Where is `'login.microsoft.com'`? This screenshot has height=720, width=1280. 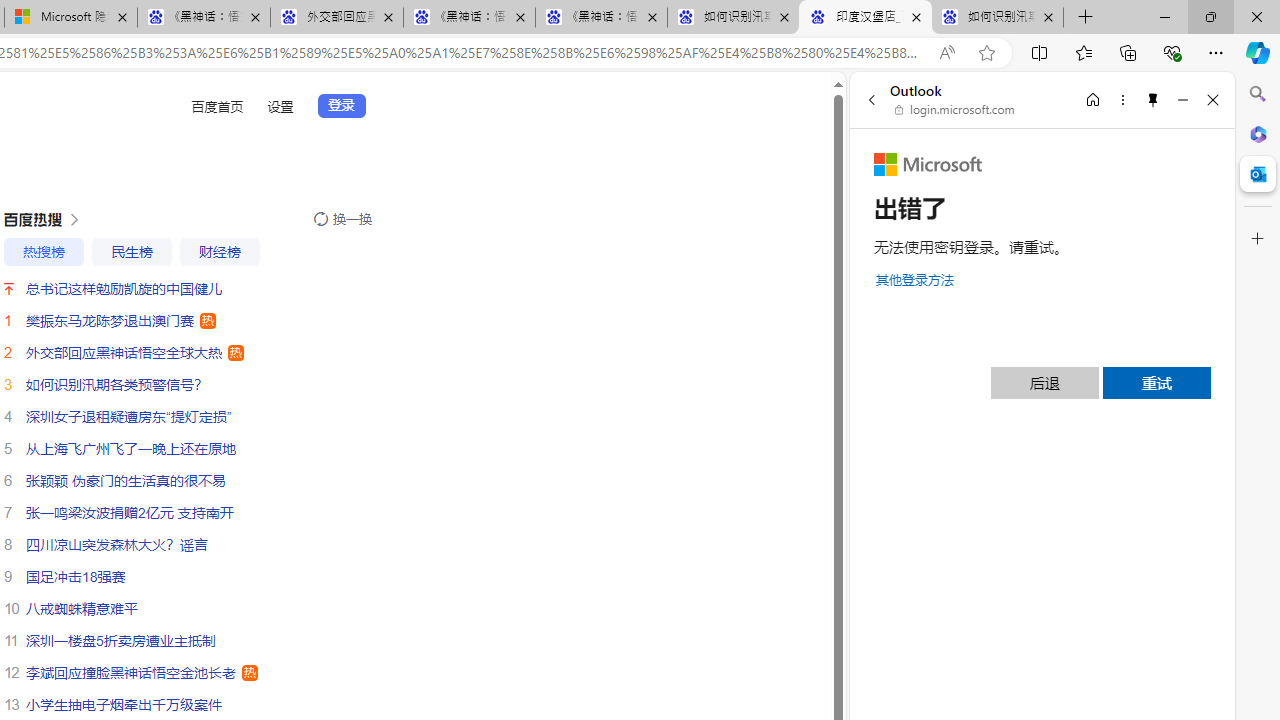 'login.microsoft.com' is located at coordinates (954, 110).